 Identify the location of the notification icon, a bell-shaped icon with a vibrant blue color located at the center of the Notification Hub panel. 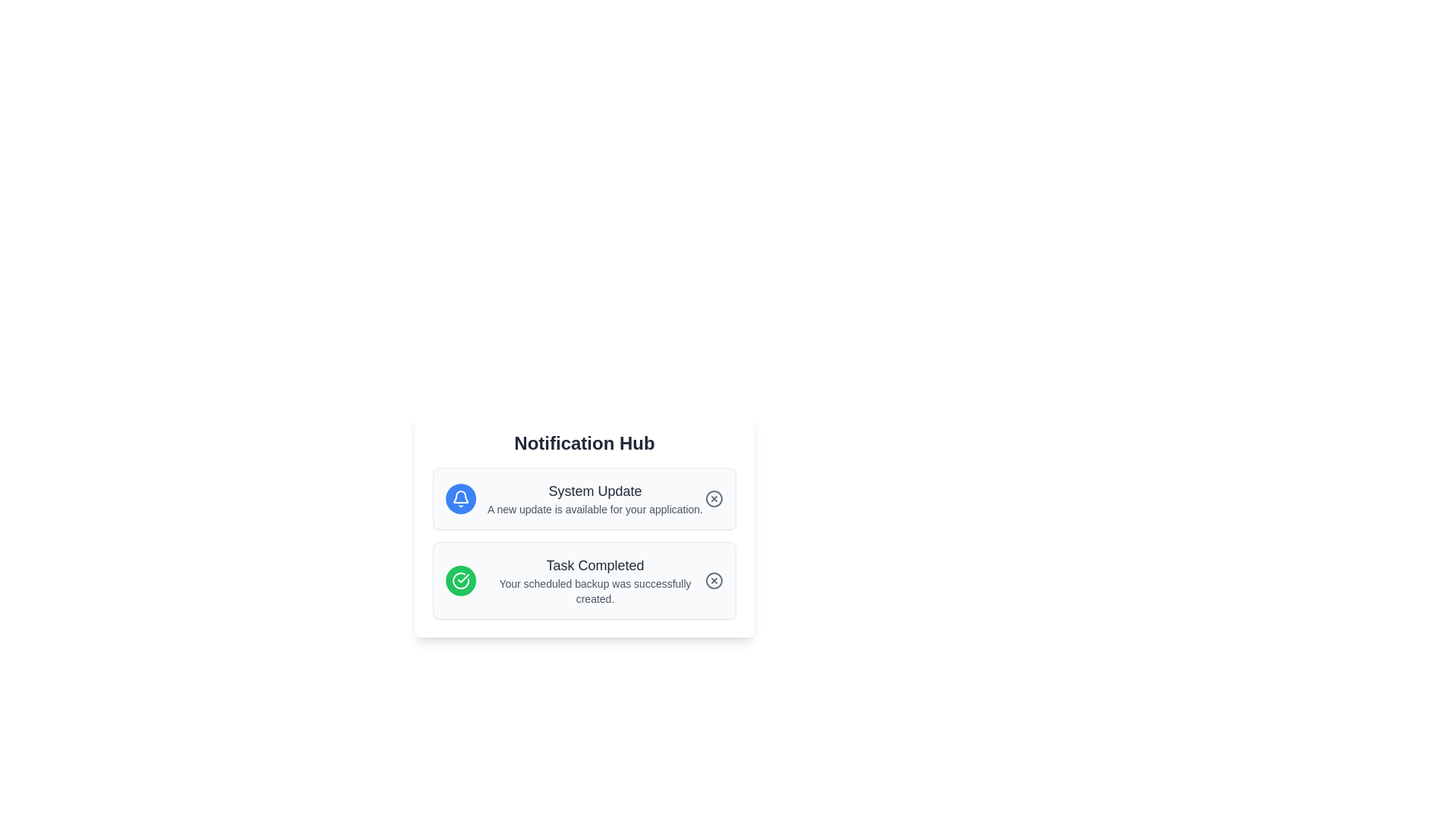
(460, 499).